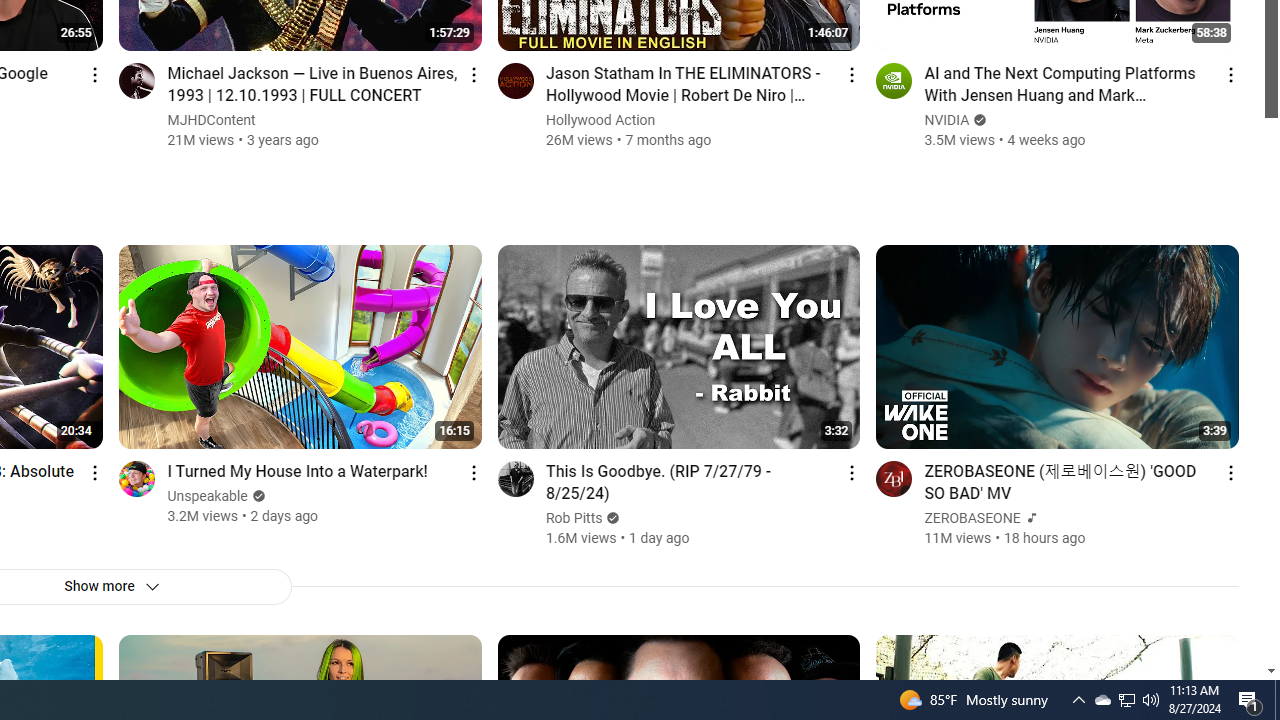  I want to click on 'NVIDIA', so click(946, 120).